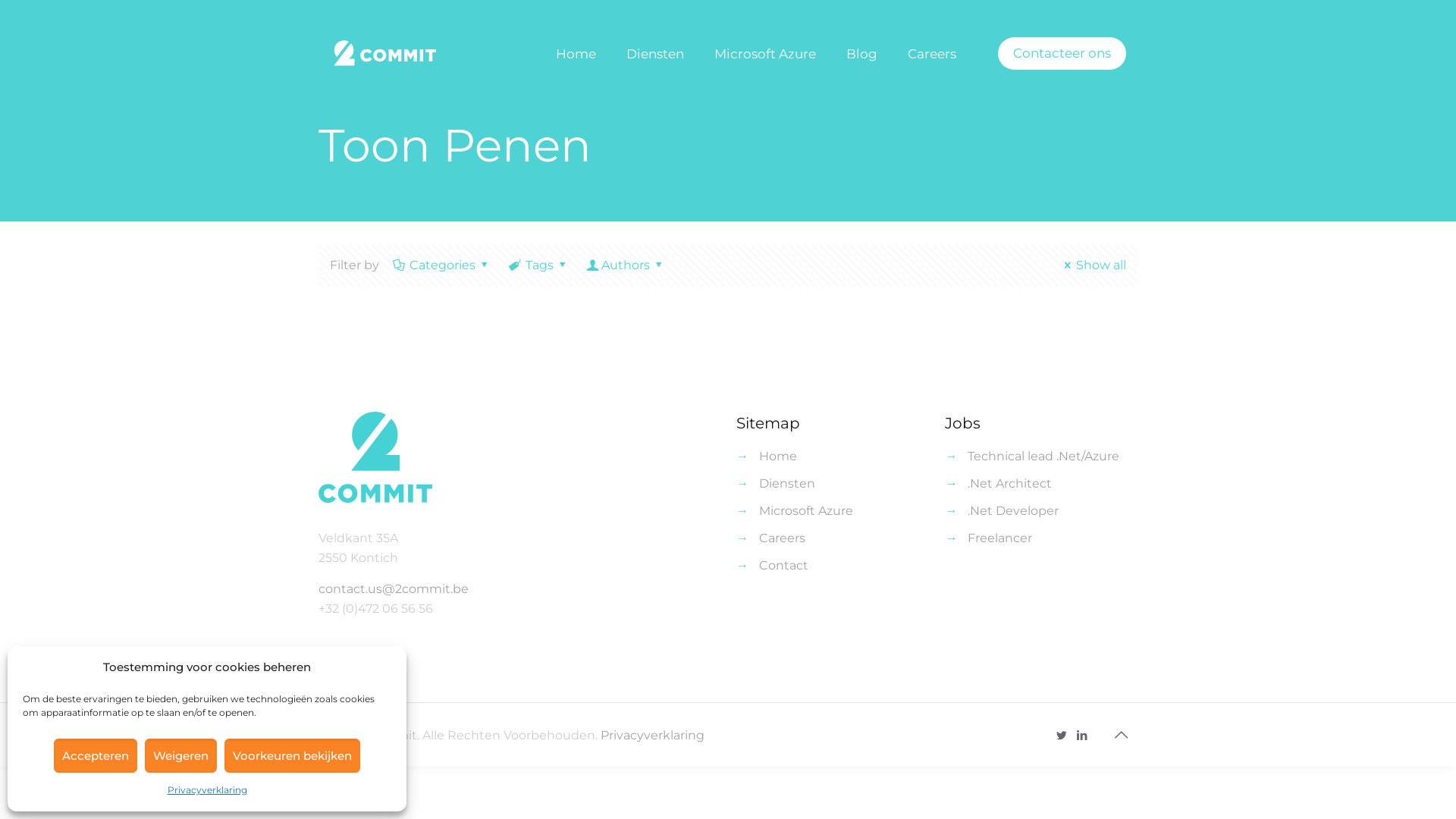  Describe the element at coordinates (652, 734) in the screenshot. I see `'Privacyverklaring'` at that location.